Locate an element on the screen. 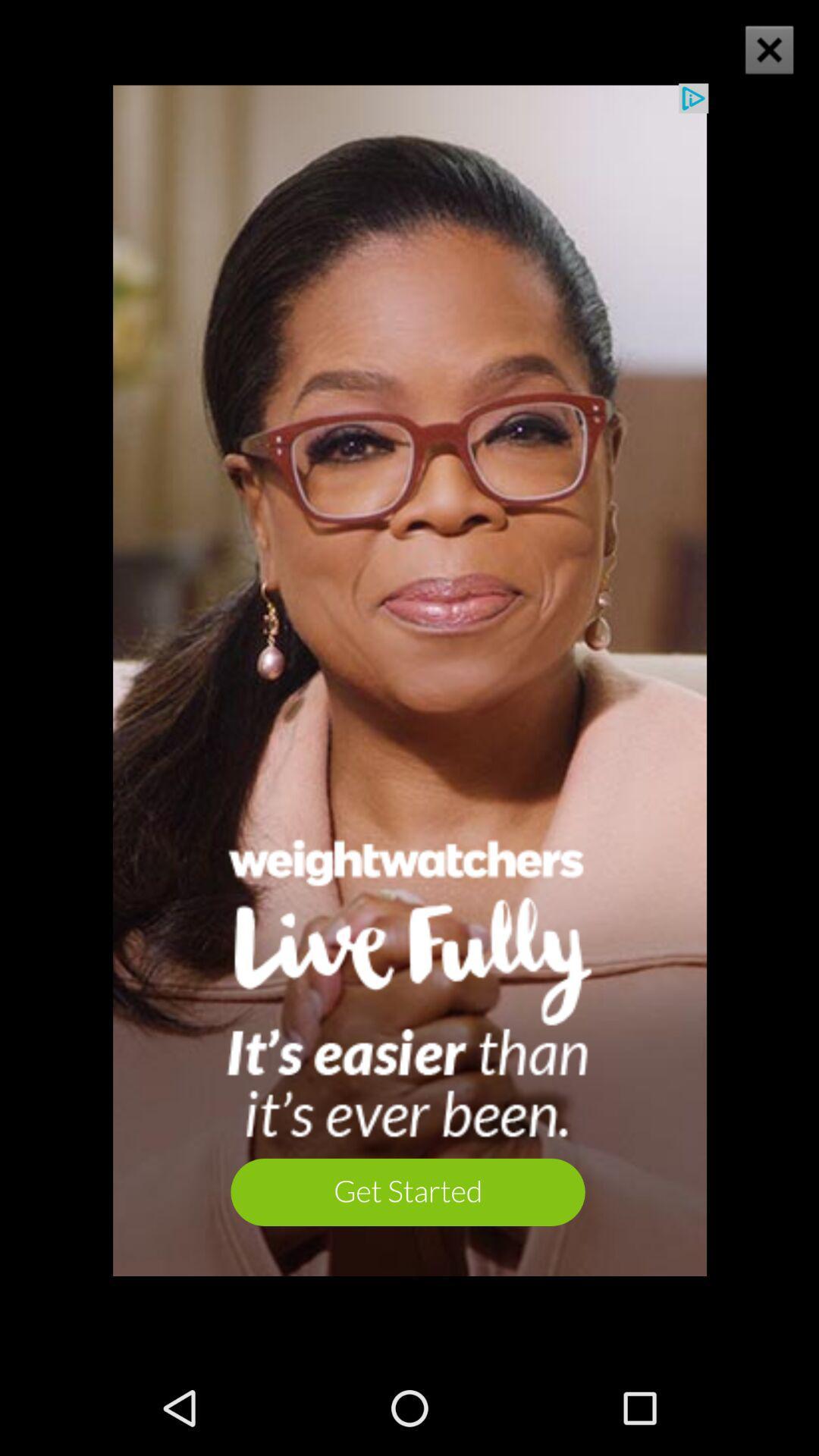 The height and width of the screenshot is (1456, 819). the close icon is located at coordinates (769, 53).